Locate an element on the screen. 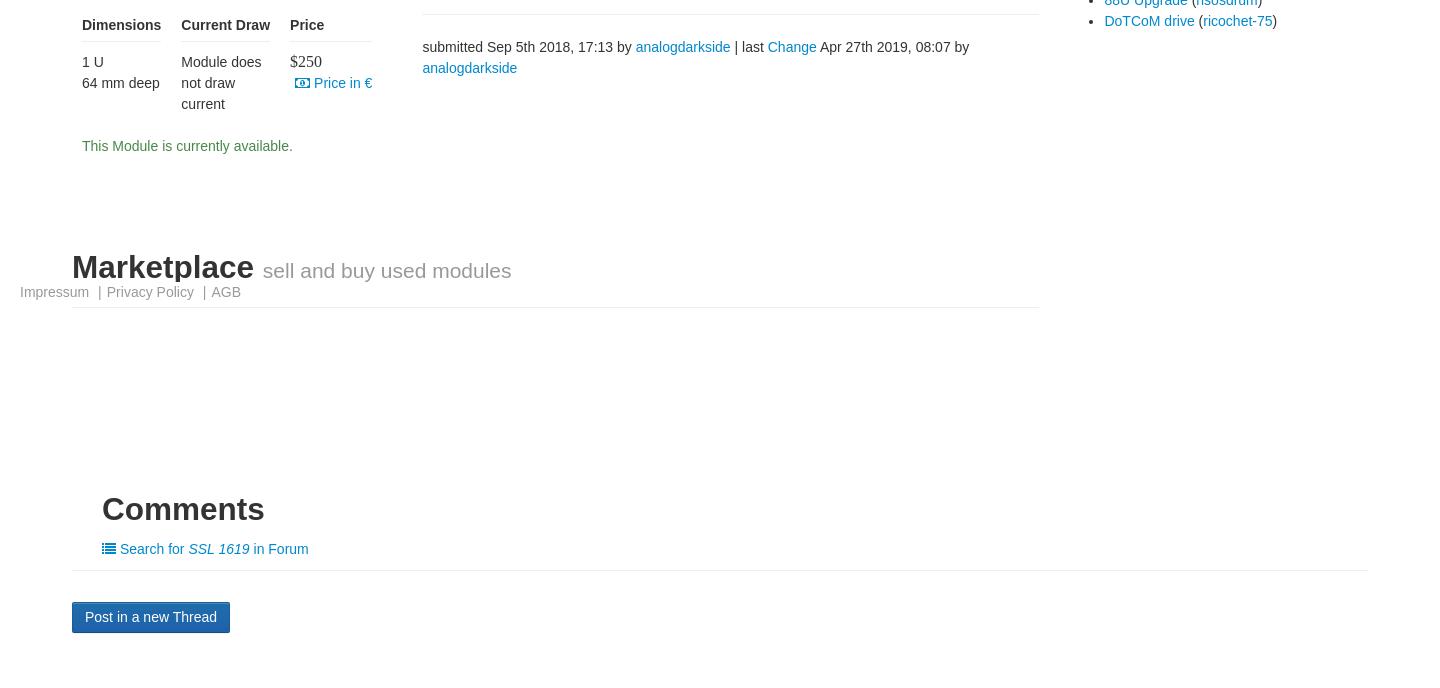 This screenshot has width=1440, height=688. 'sell and buy used modules' is located at coordinates (260, 269).